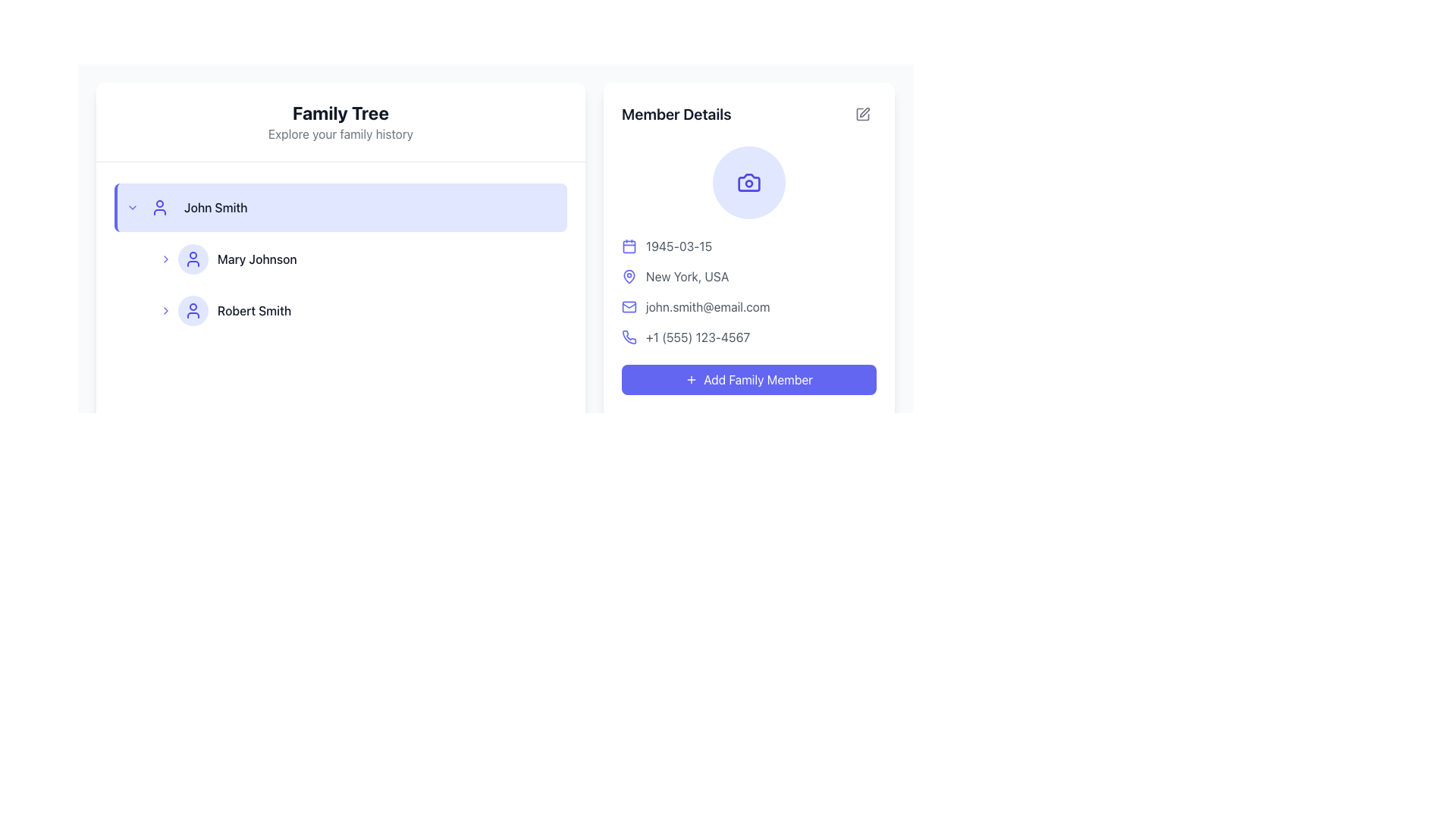  What do you see at coordinates (629, 336) in the screenshot?
I see `the indigo-colored phone icon located in the 'Member Details' section, to the left of the phone number '+1 (555) 123-4567'` at bounding box center [629, 336].